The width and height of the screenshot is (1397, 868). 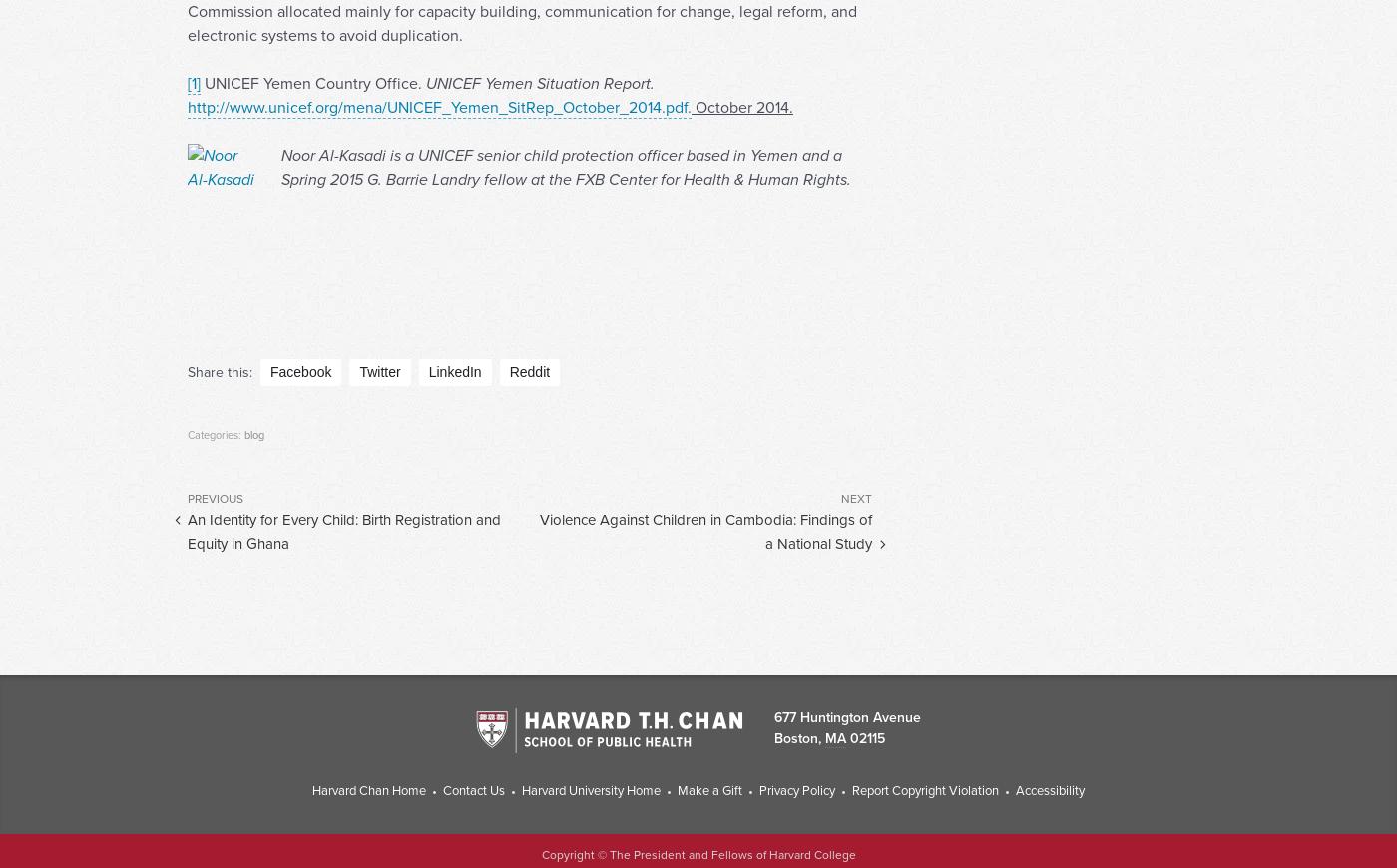 I want to click on 'UNICEF Yemen Situation Report.', so click(x=540, y=120).